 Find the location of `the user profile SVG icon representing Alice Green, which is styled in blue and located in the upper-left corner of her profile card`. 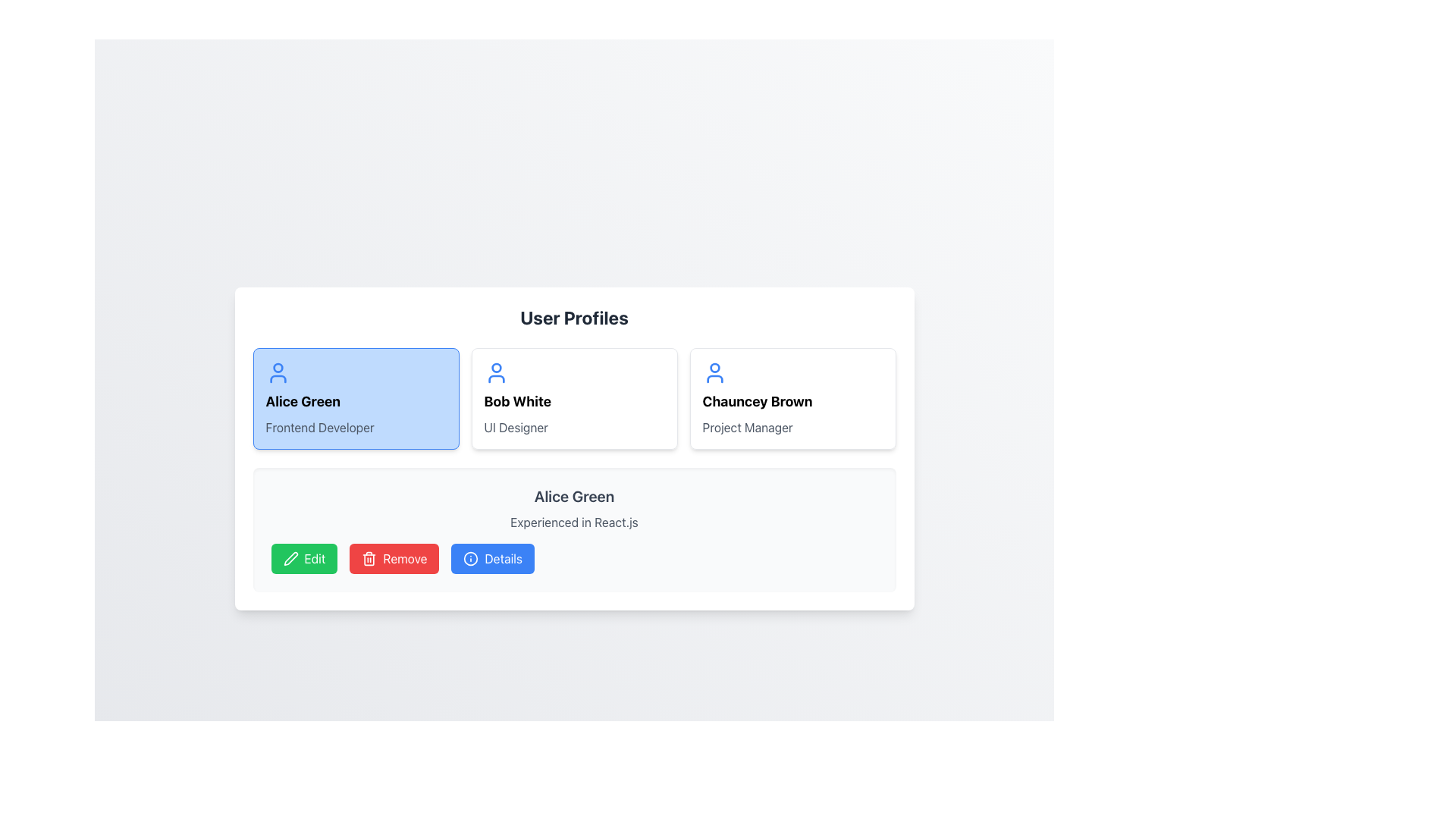

the user profile SVG icon representing Alice Green, which is styled in blue and located in the upper-left corner of her profile card is located at coordinates (278, 373).